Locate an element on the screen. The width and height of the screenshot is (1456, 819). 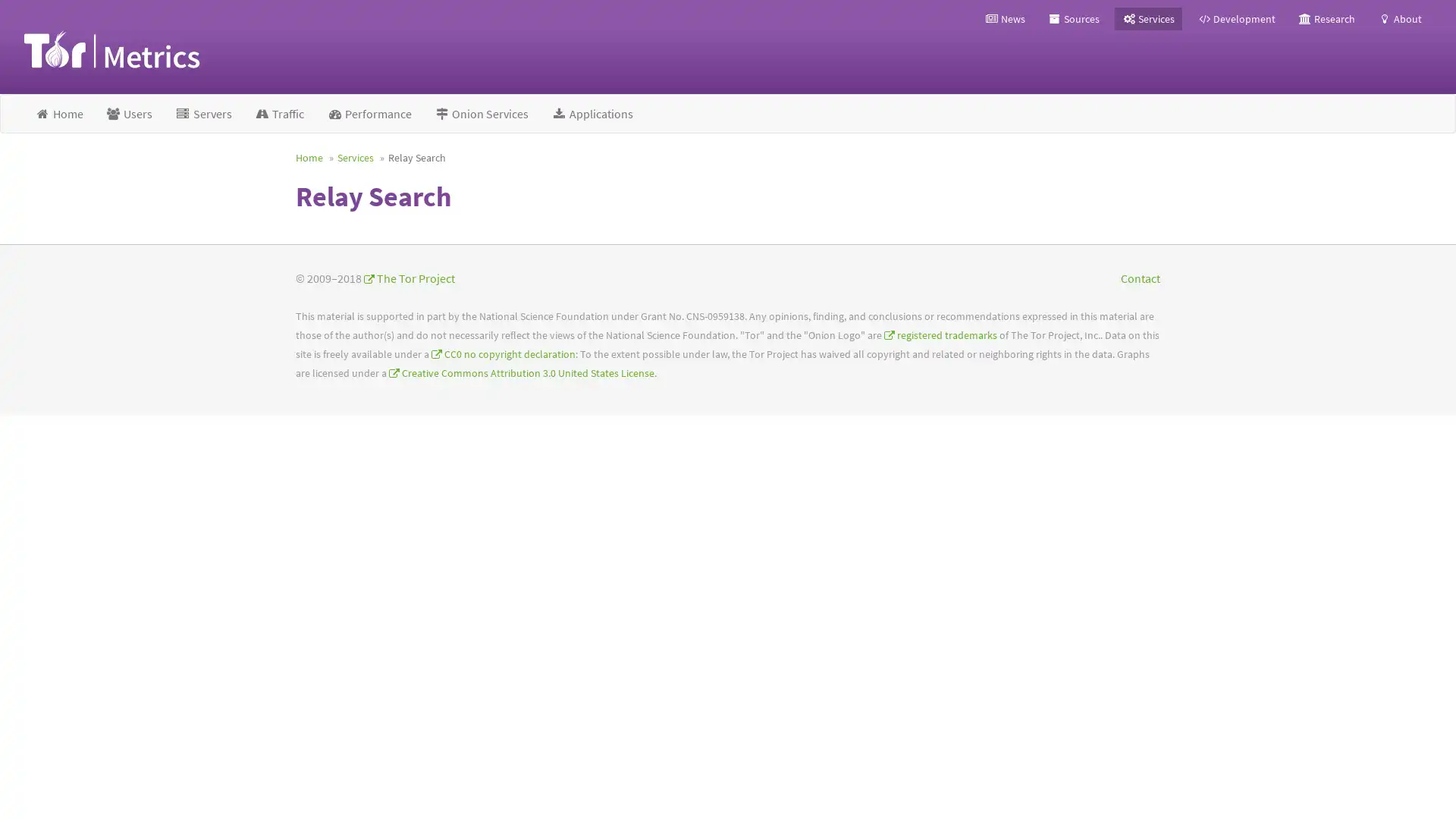
Search is located at coordinates (1065, 346).